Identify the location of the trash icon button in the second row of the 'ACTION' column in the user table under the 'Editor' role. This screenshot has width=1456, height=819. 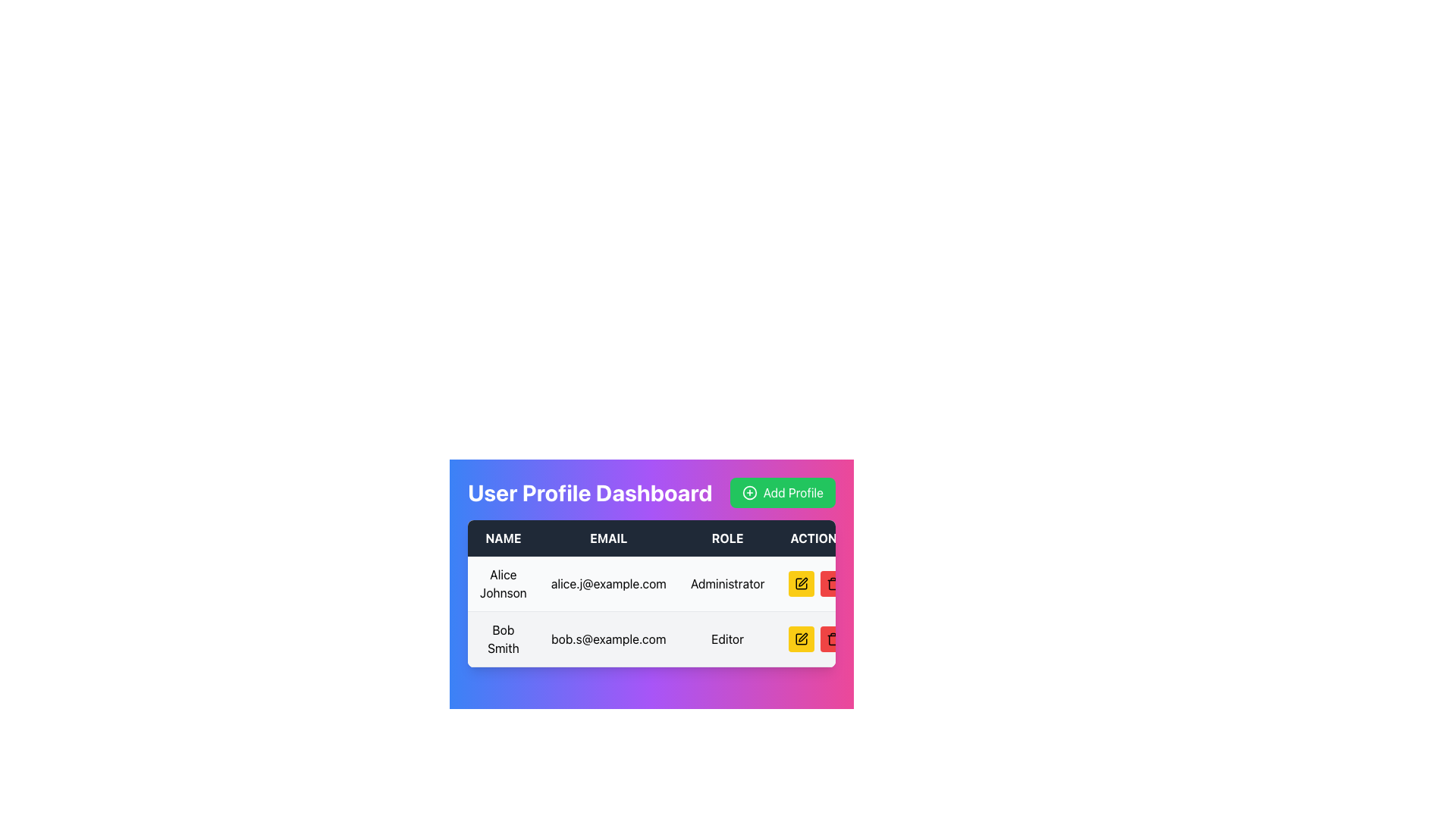
(833, 639).